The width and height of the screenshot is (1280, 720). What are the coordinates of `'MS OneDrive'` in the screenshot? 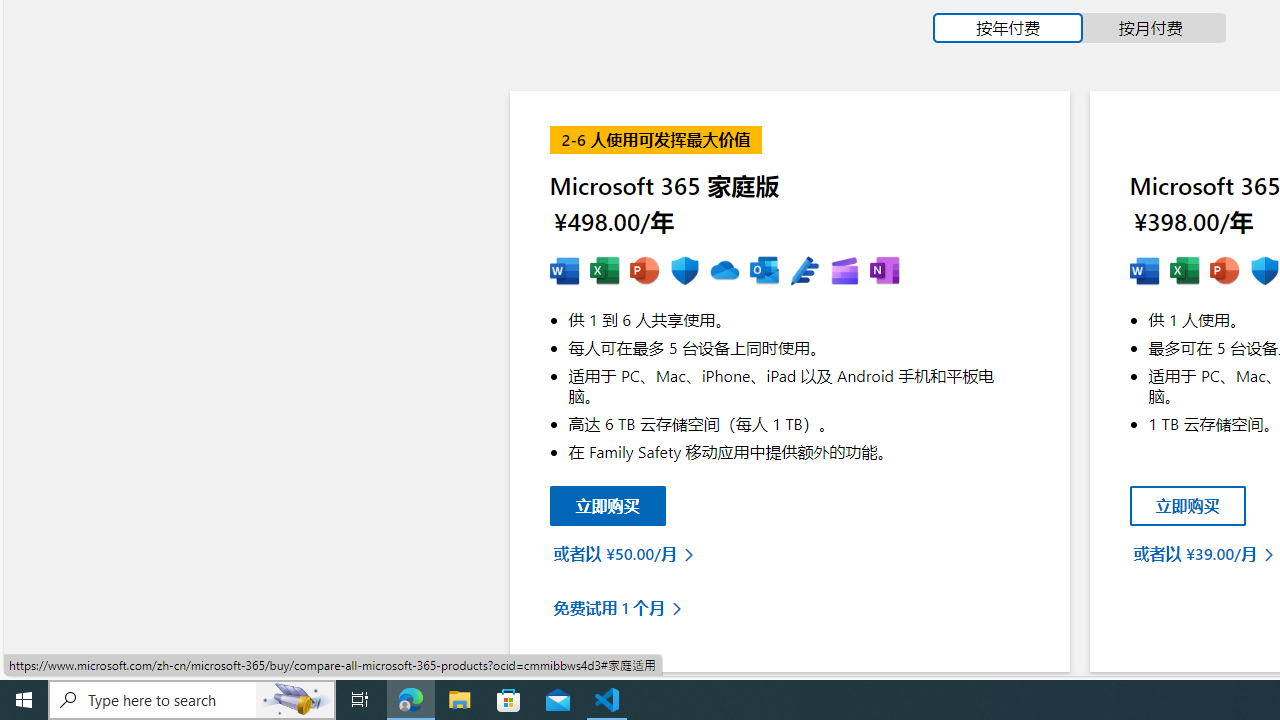 It's located at (723, 271).